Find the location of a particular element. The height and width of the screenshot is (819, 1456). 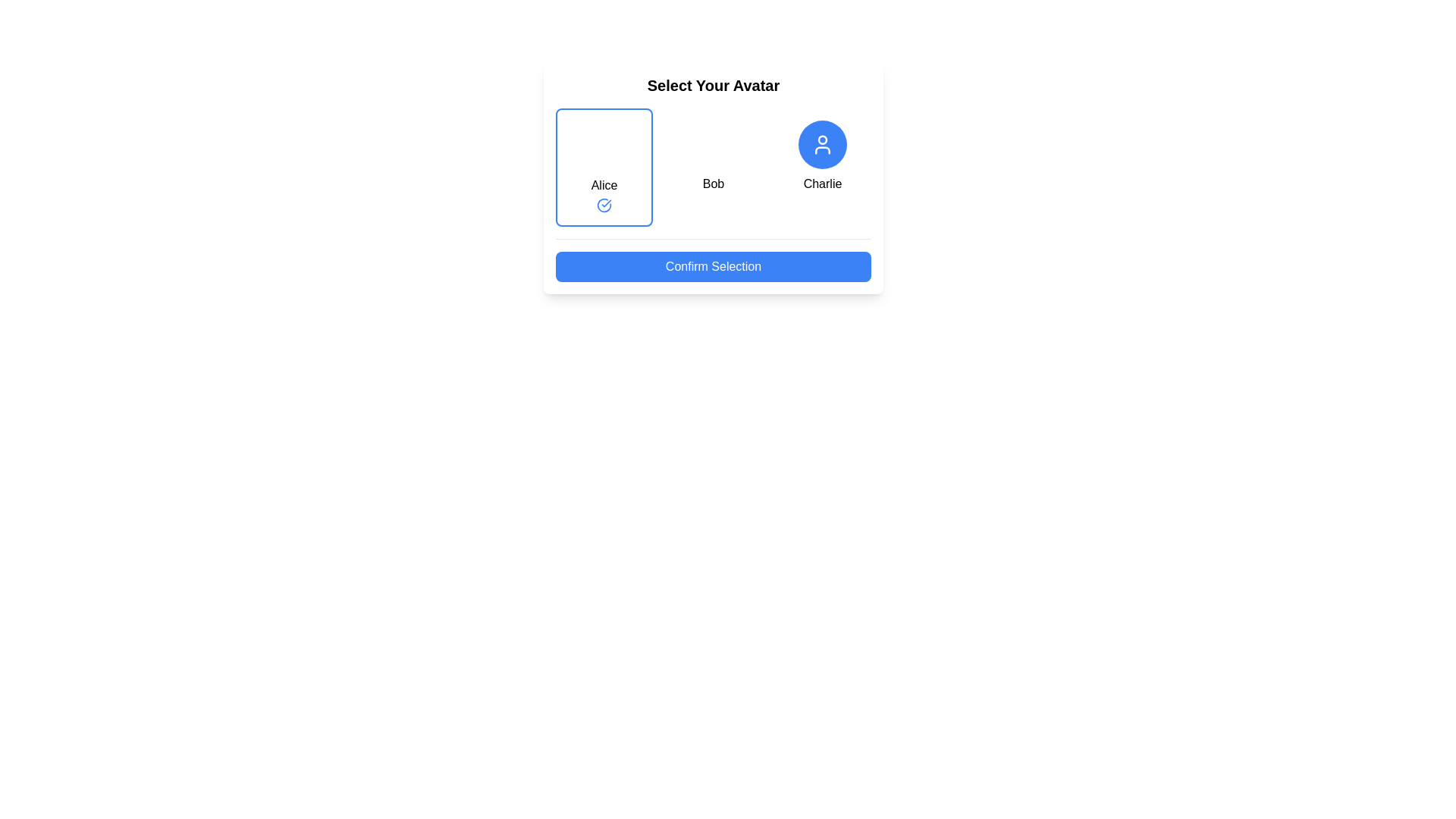

the confirmation button at the bottom center of the avatar selection section to finalize the user's avatar choice is located at coordinates (712, 265).